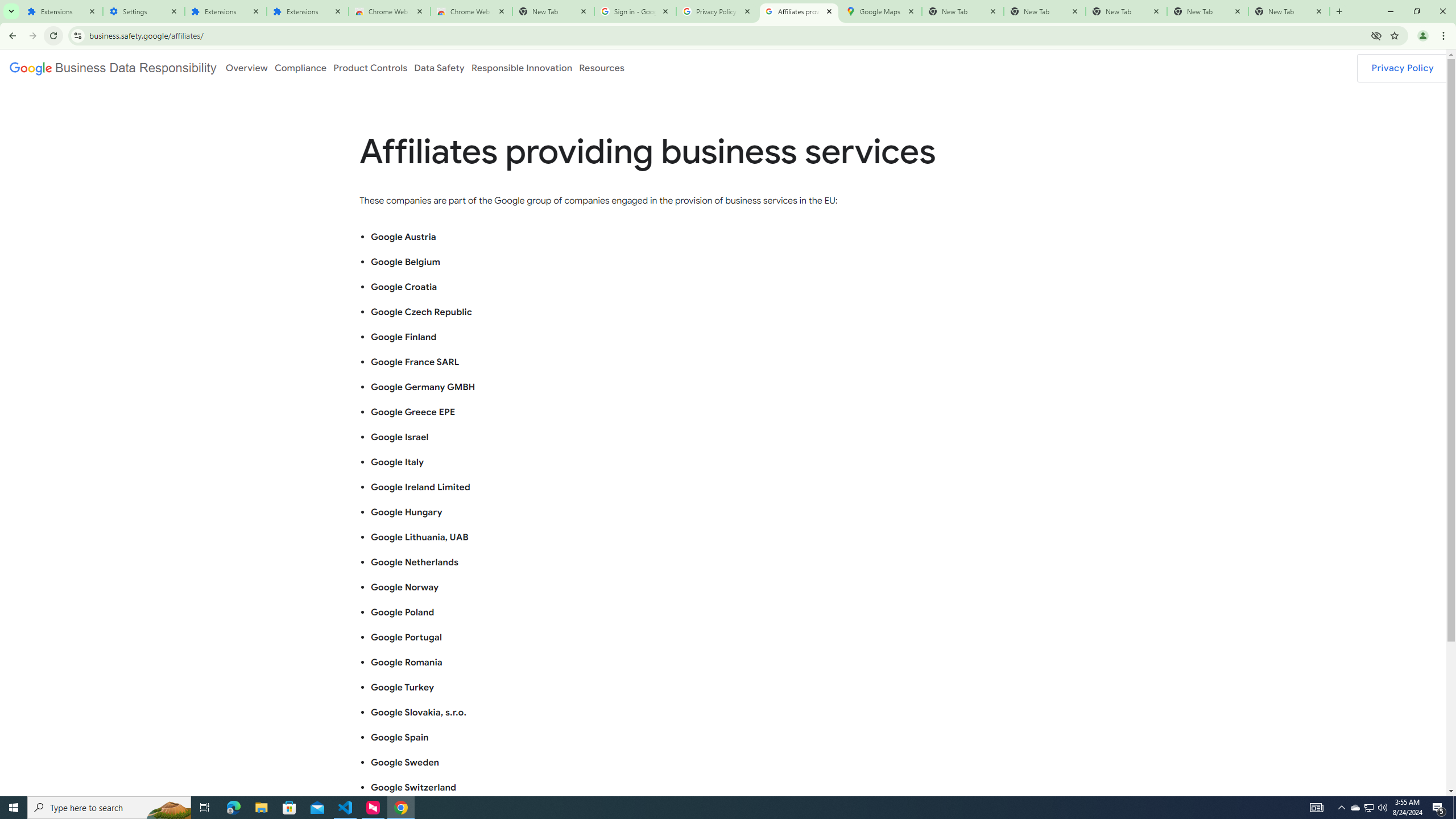 Image resolution: width=1456 pixels, height=819 pixels. Describe the element at coordinates (601, 67) in the screenshot. I see `'Resources'` at that location.